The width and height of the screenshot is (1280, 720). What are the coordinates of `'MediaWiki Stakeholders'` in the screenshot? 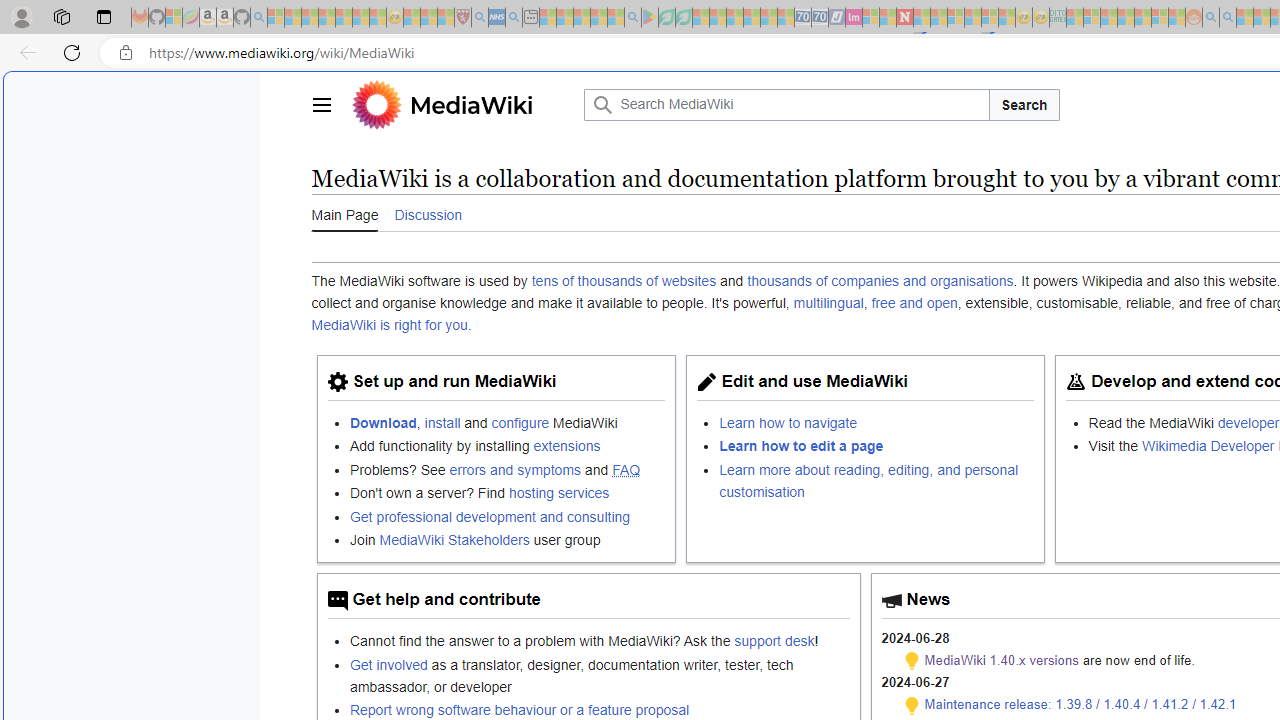 It's located at (453, 538).